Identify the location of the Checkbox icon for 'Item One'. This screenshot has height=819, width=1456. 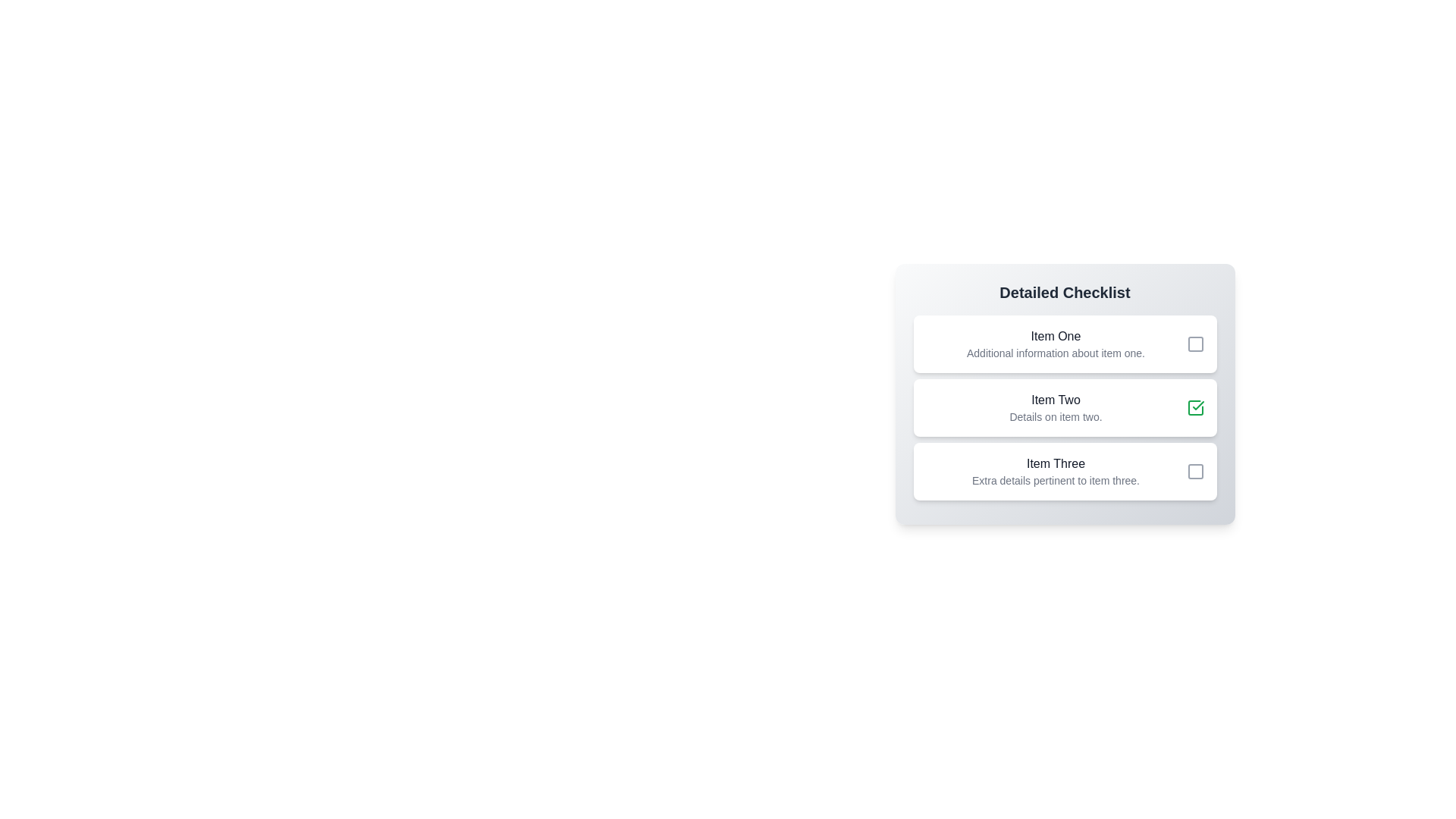
(1194, 344).